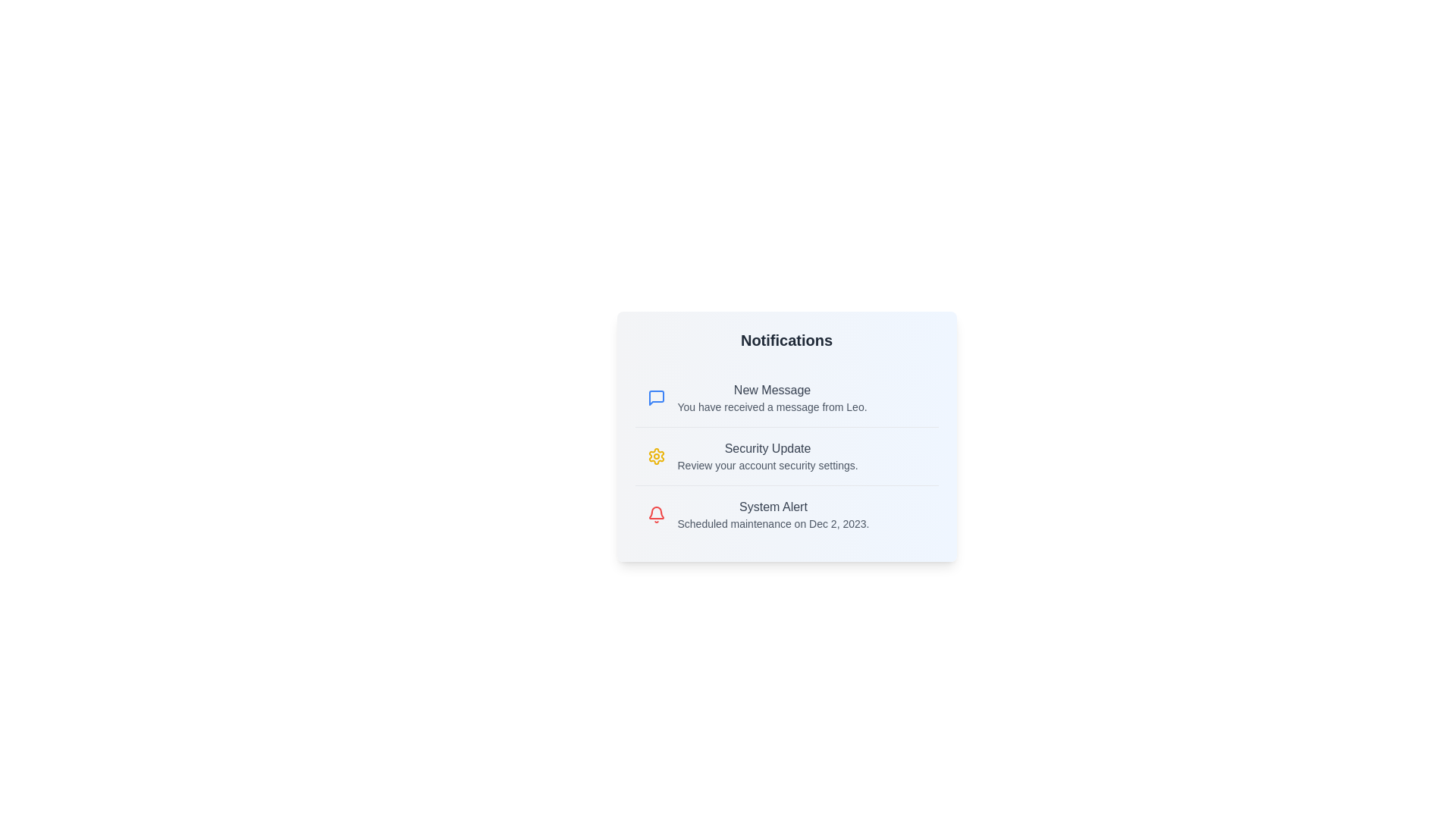  Describe the element at coordinates (656, 397) in the screenshot. I see `the notification icon corresponding to New Message` at that location.